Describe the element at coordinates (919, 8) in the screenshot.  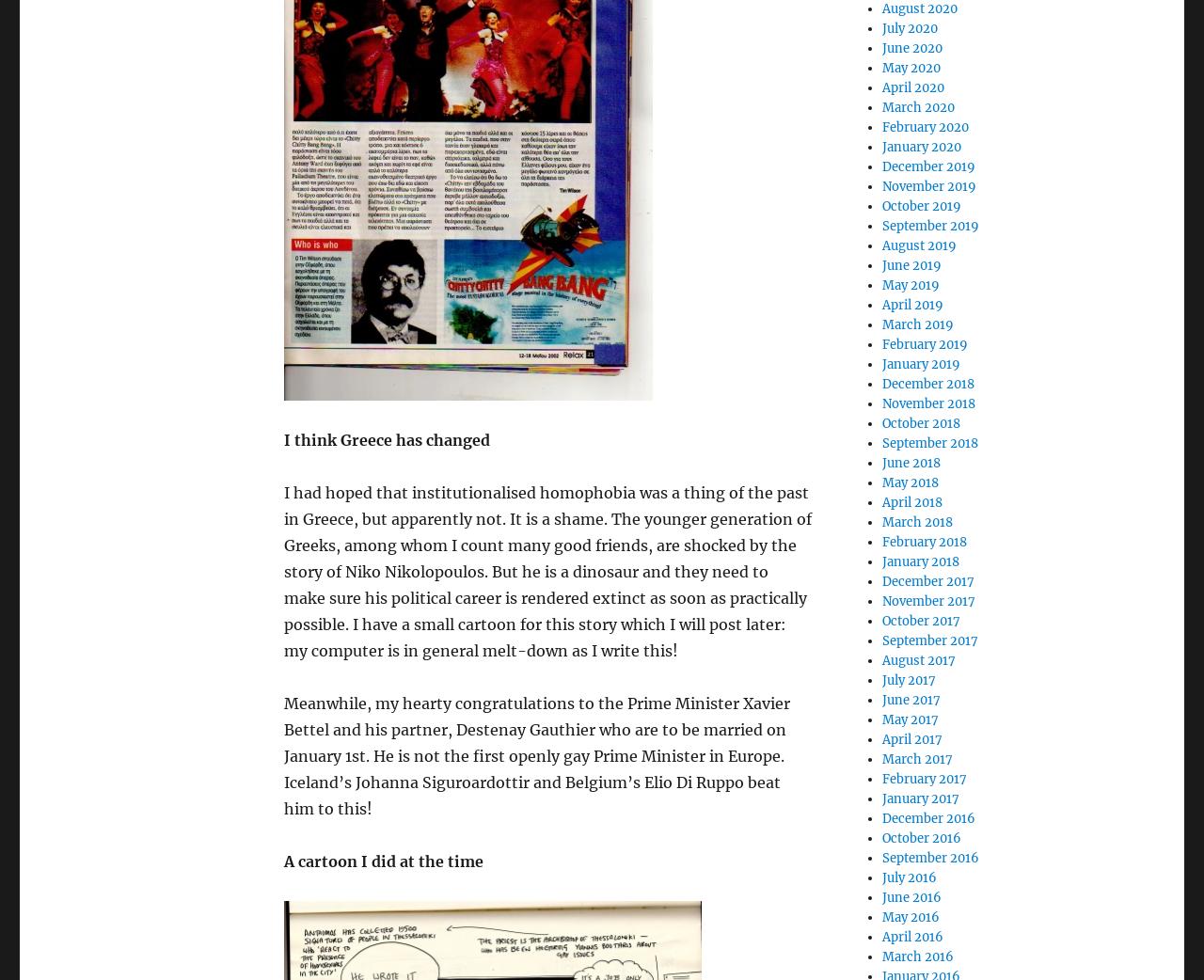
I see `'August 2020'` at that location.